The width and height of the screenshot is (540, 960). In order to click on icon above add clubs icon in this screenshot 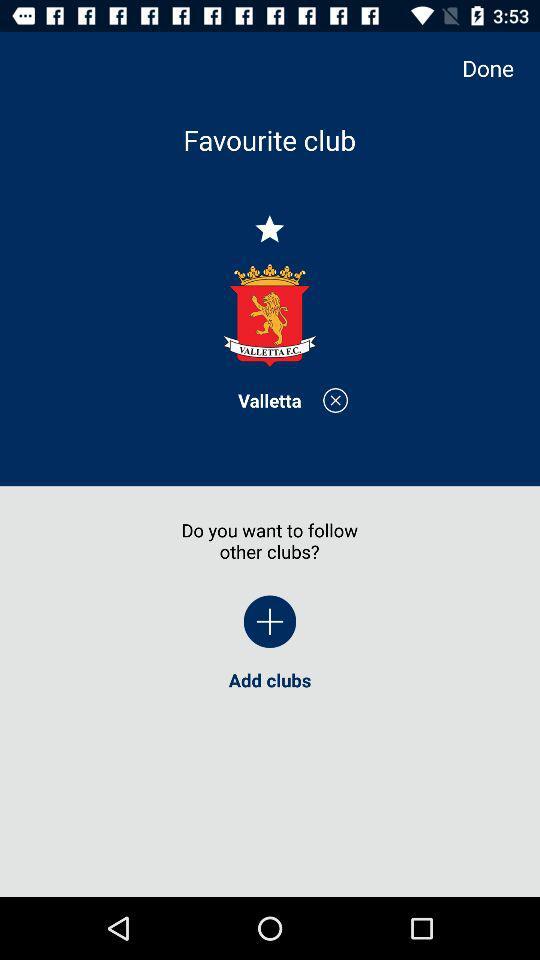, I will do `click(496, 68)`.